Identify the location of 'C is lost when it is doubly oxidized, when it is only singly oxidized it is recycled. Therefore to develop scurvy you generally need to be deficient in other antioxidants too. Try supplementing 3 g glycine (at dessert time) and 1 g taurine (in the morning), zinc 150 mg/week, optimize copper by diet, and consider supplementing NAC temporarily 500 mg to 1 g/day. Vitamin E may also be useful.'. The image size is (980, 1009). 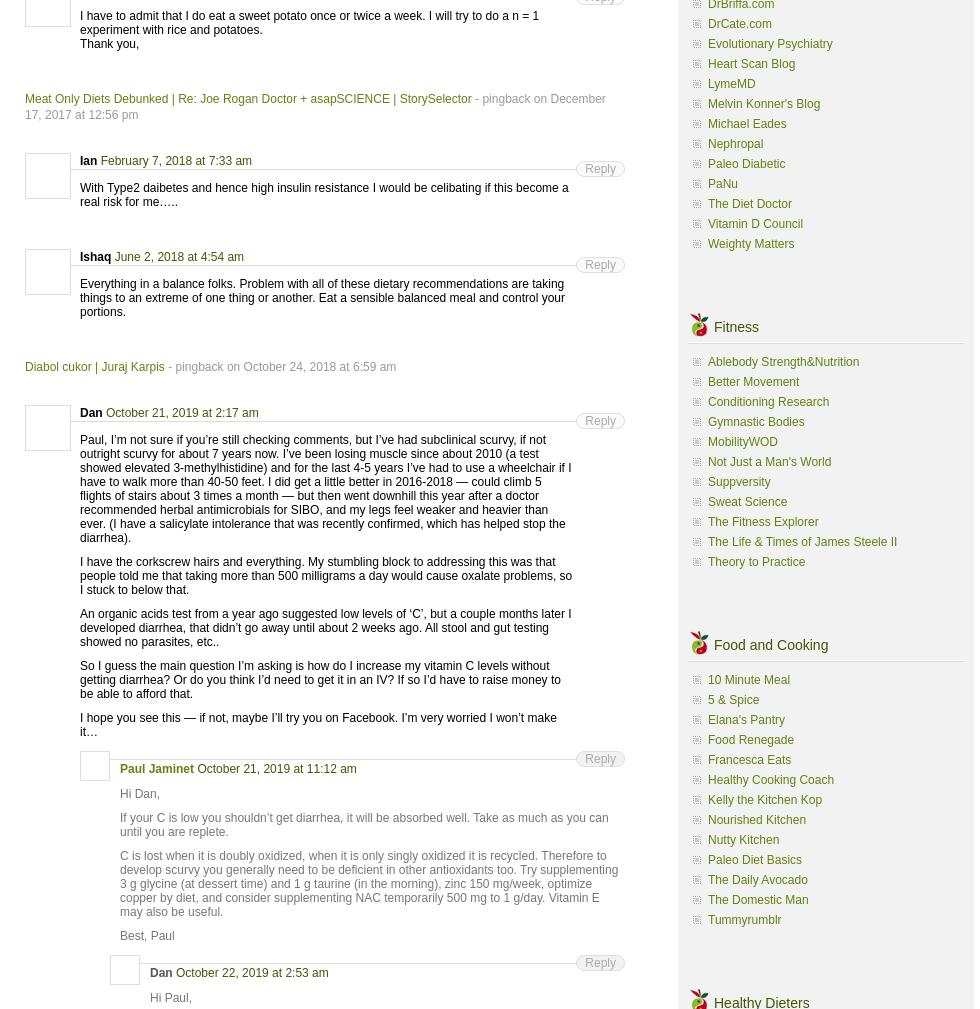
(119, 883).